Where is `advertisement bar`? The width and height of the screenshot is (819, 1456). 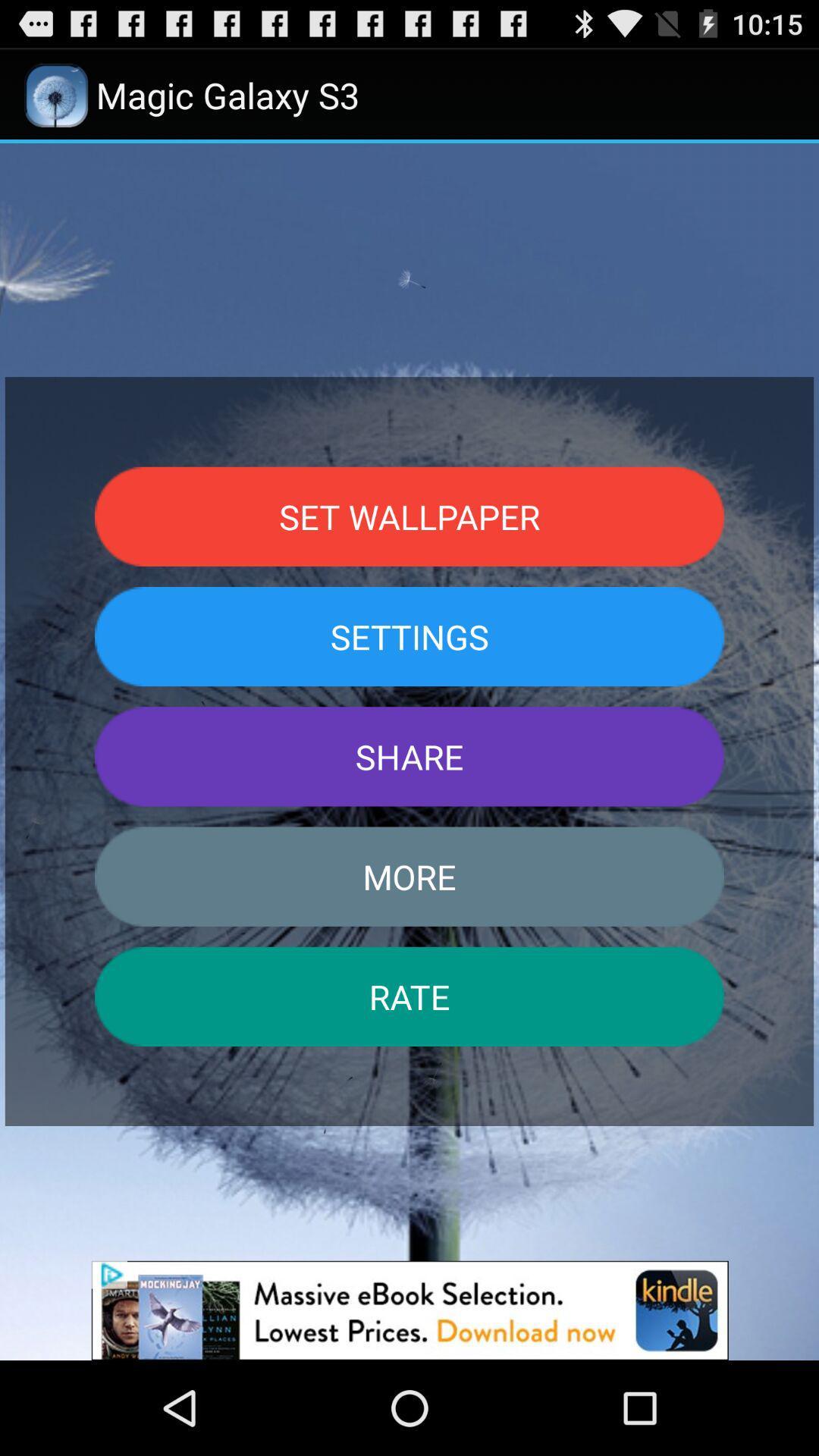 advertisement bar is located at coordinates (409, 1310).